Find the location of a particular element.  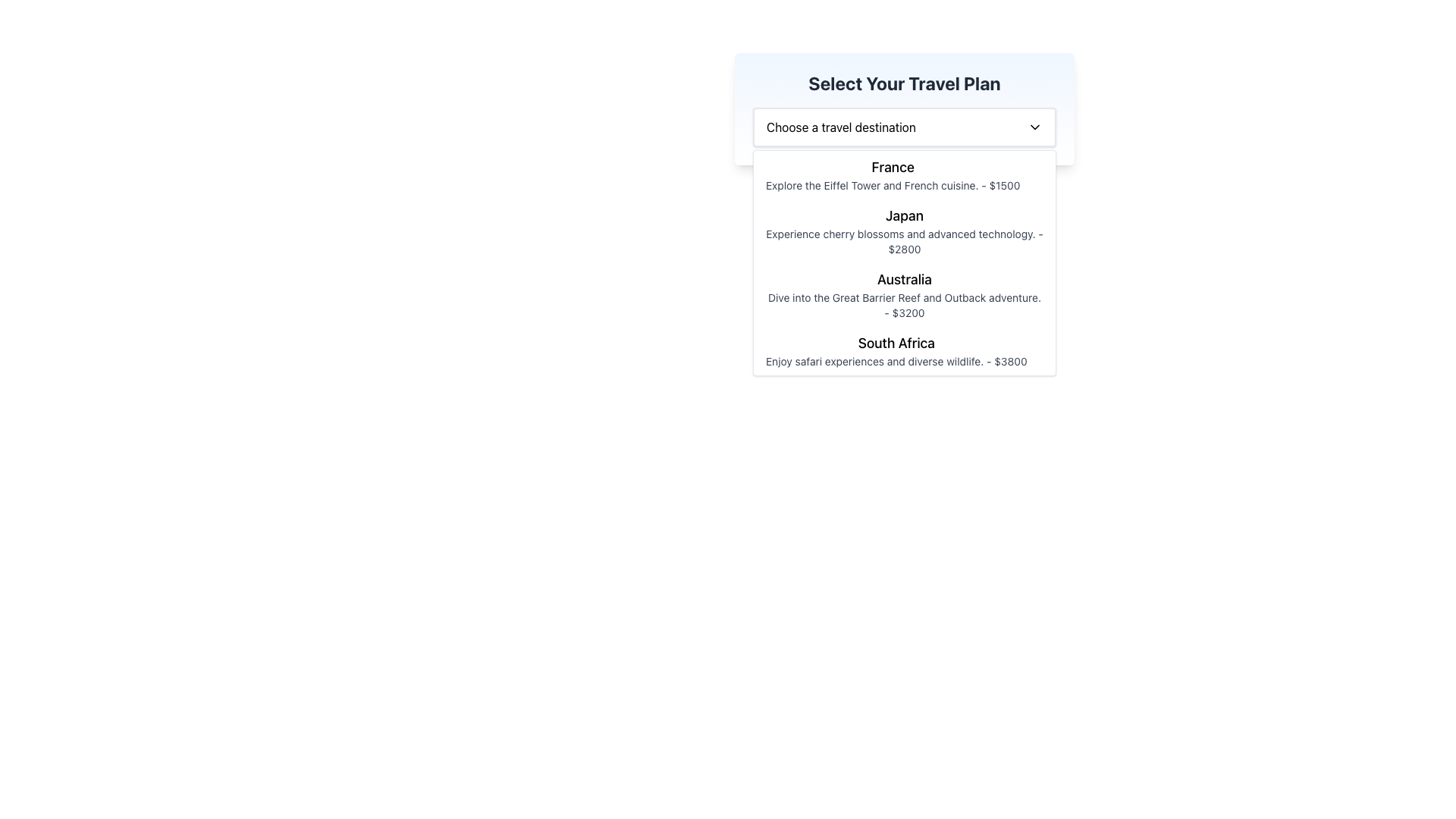

the text label providing additional descriptive information and price for the France travel option, located below the 'France' header in the travel plan dropdown menu is located at coordinates (893, 185).